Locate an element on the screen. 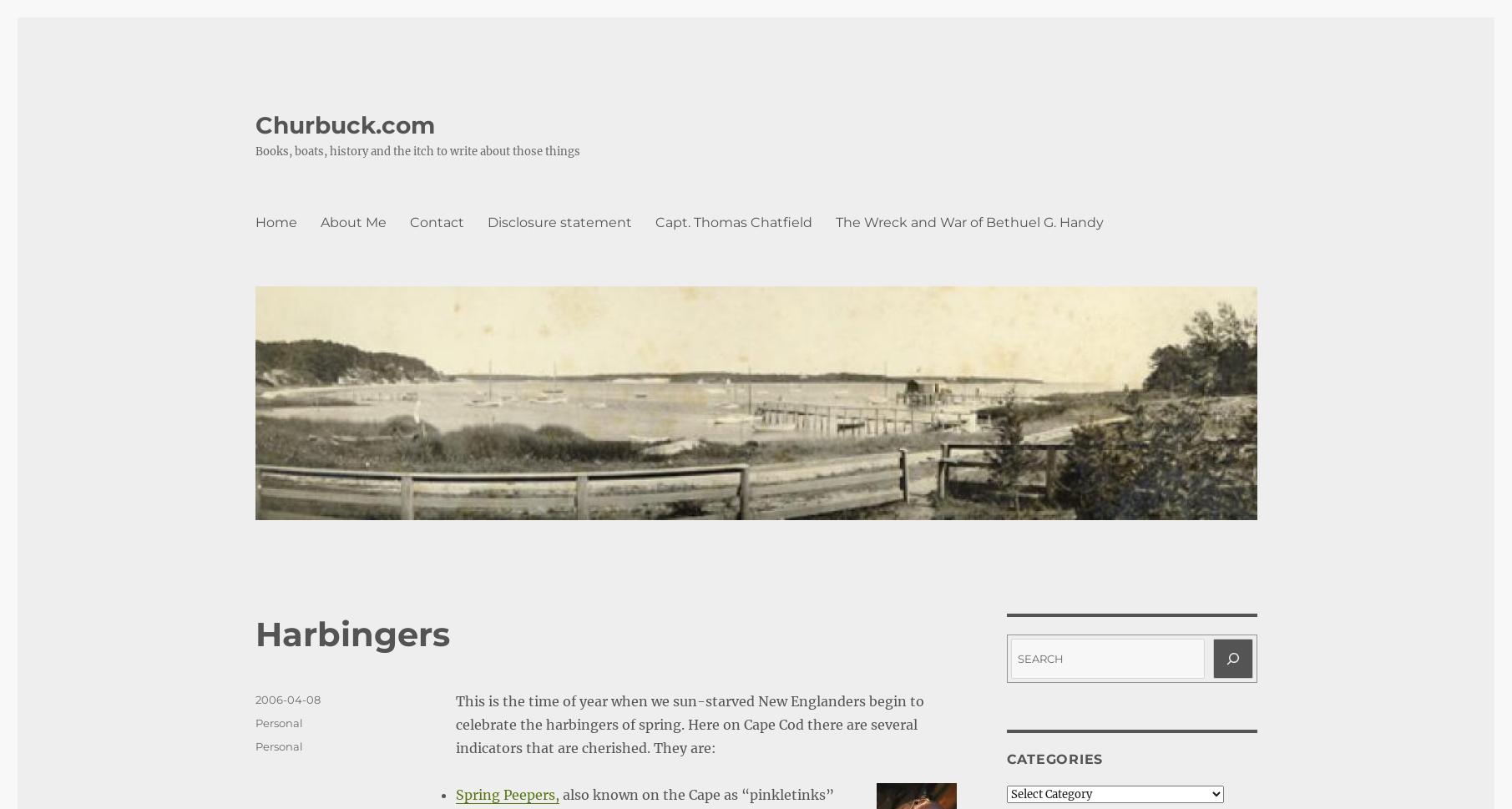  'Categories' is located at coordinates (1054, 759).